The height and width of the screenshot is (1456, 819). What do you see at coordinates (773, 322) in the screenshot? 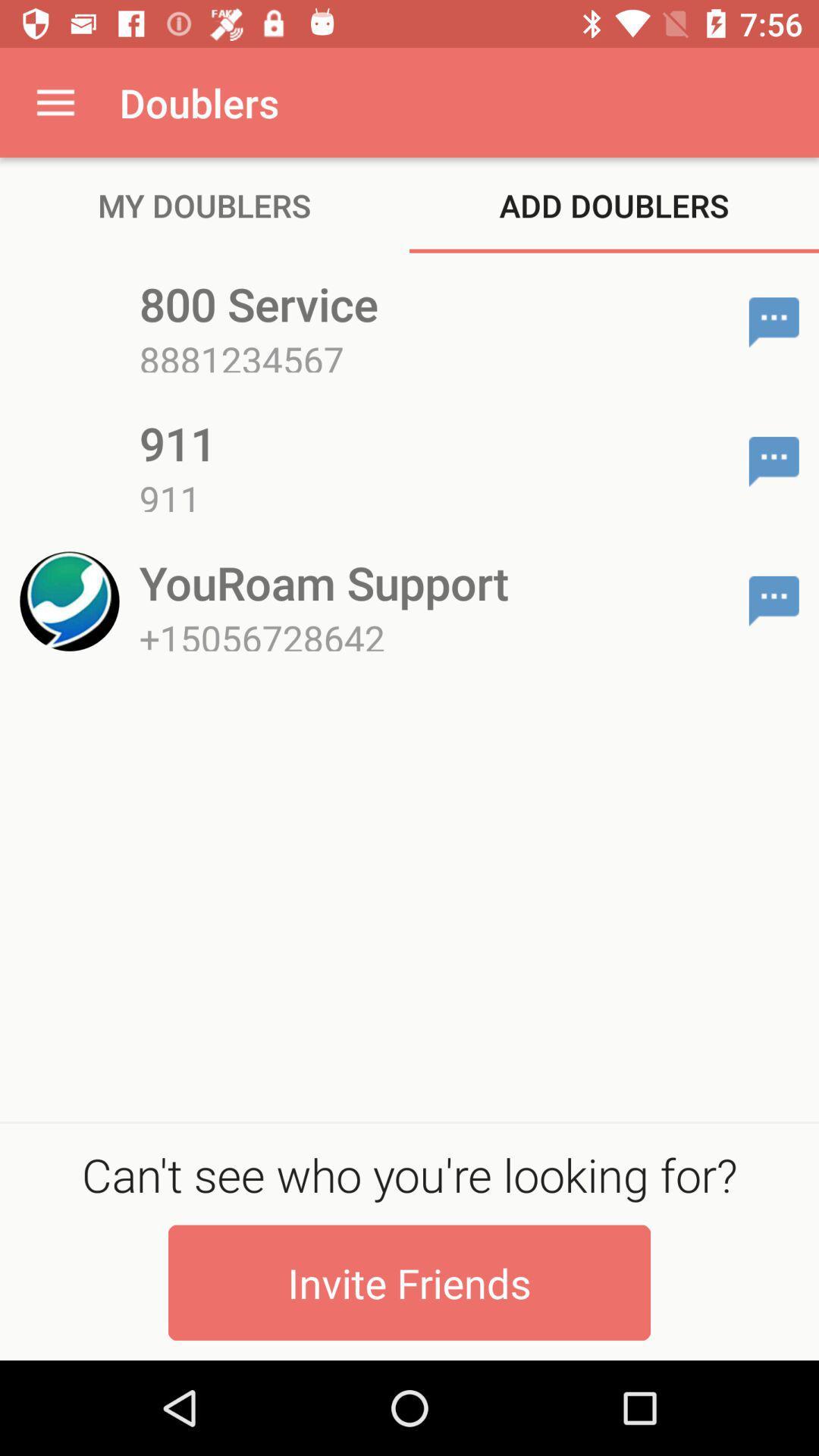
I see `compose message` at bounding box center [773, 322].